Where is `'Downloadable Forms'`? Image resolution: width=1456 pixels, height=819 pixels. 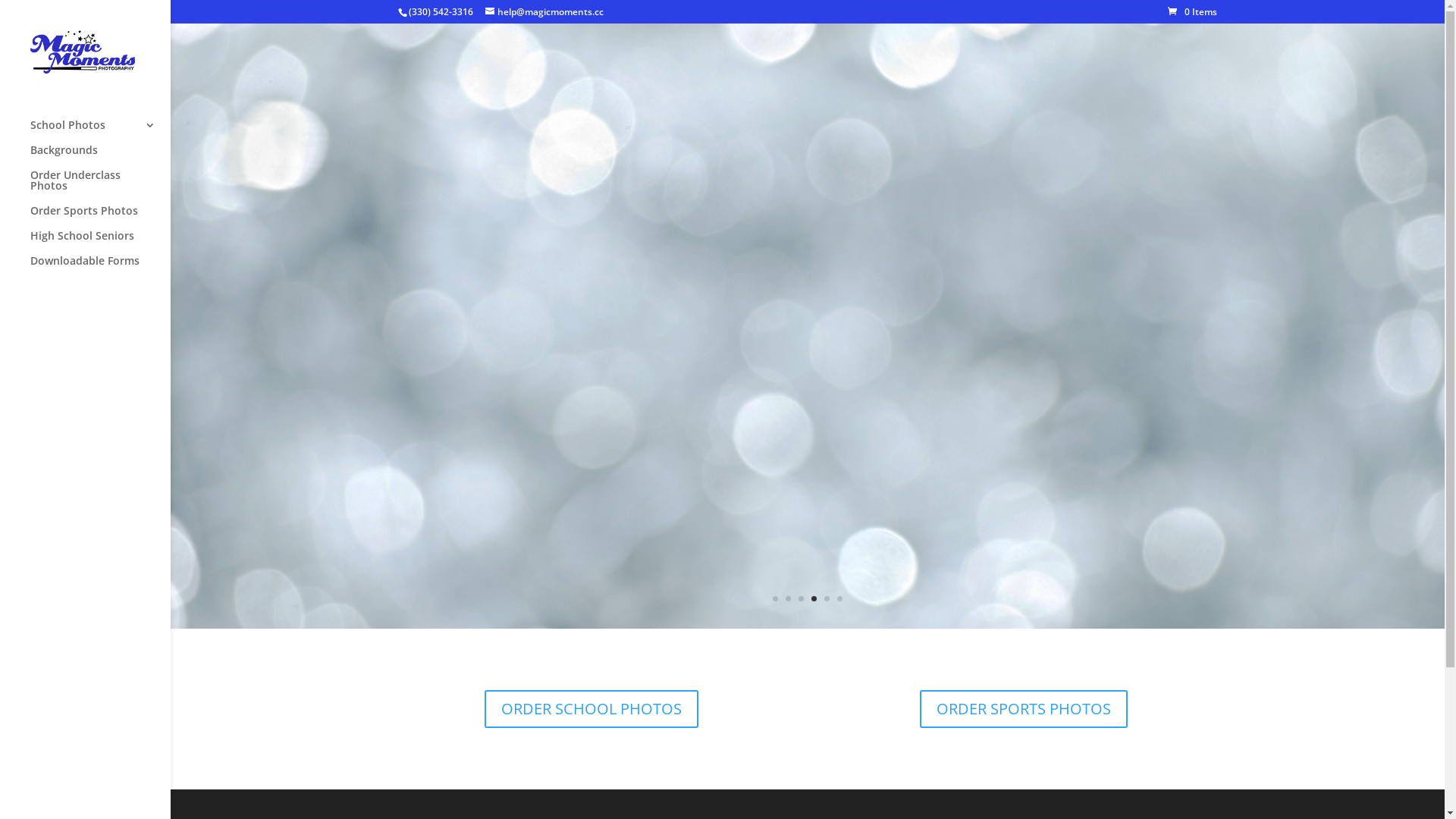
'Downloadable Forms' is located at coordinates (99, 267).